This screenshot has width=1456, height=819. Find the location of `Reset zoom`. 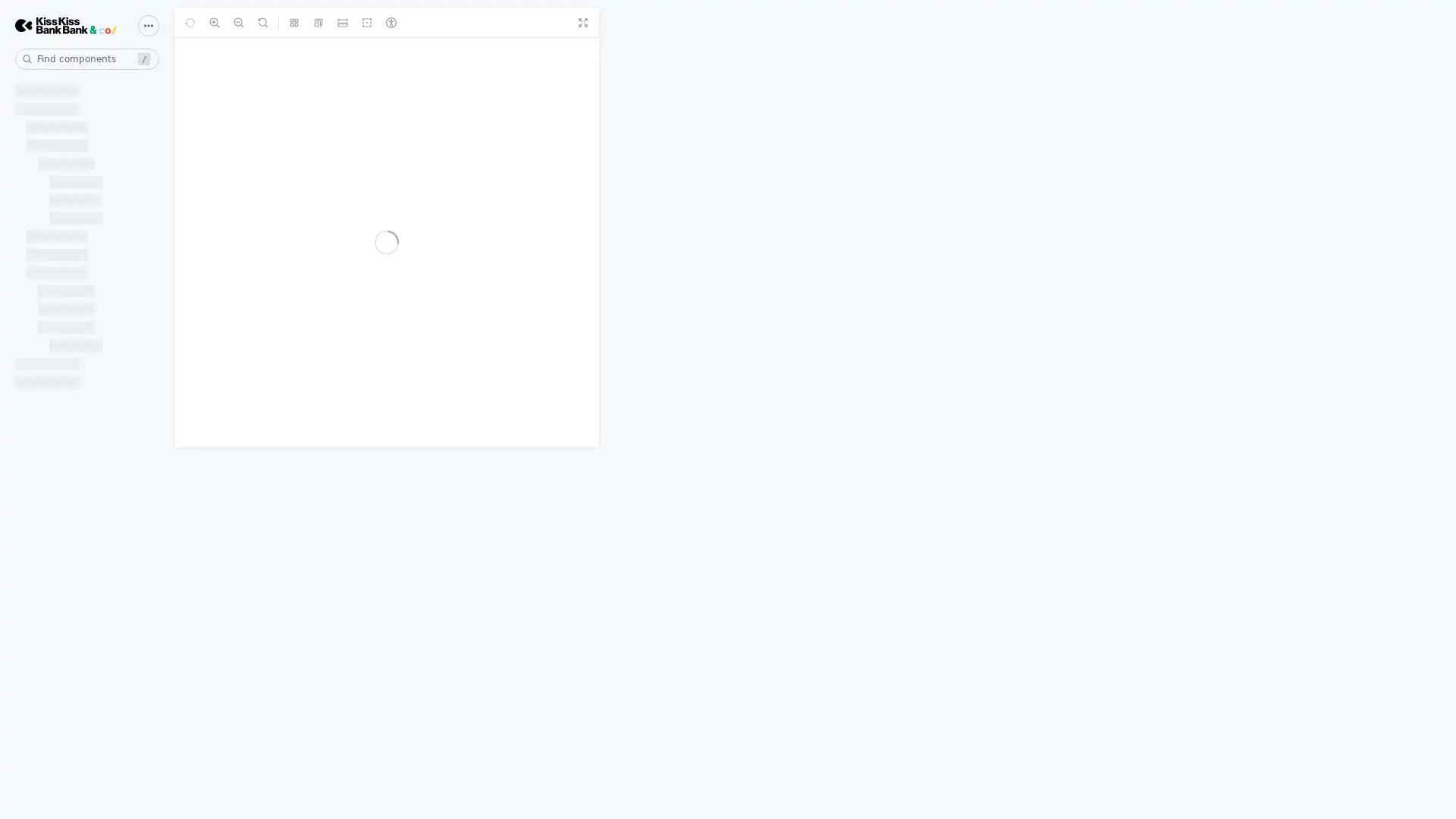

Reset zoom is located at coordinates (381, 23).